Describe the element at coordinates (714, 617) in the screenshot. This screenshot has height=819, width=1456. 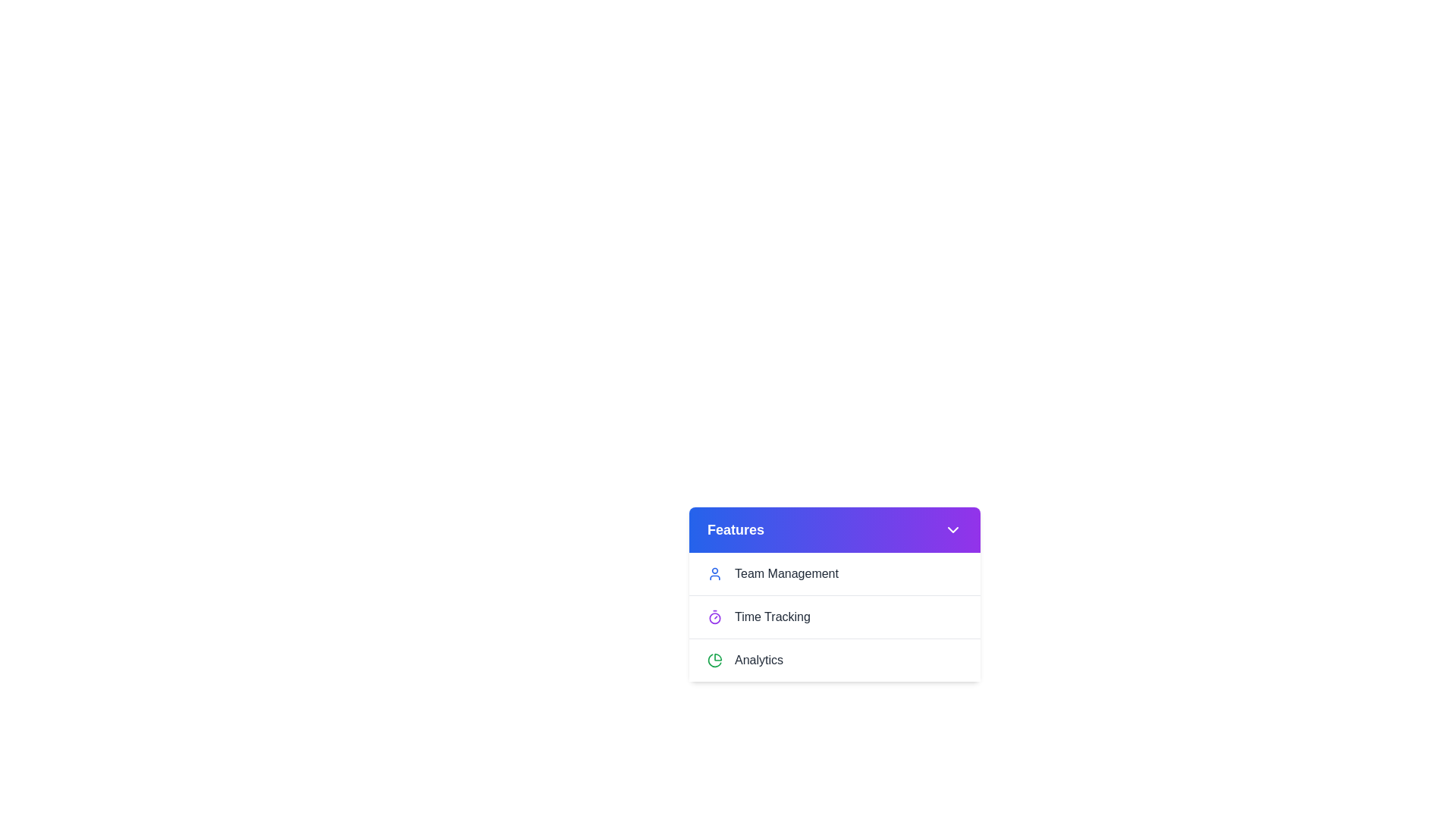
I see `the icon next to Time Tracking to interact with it` at that location.